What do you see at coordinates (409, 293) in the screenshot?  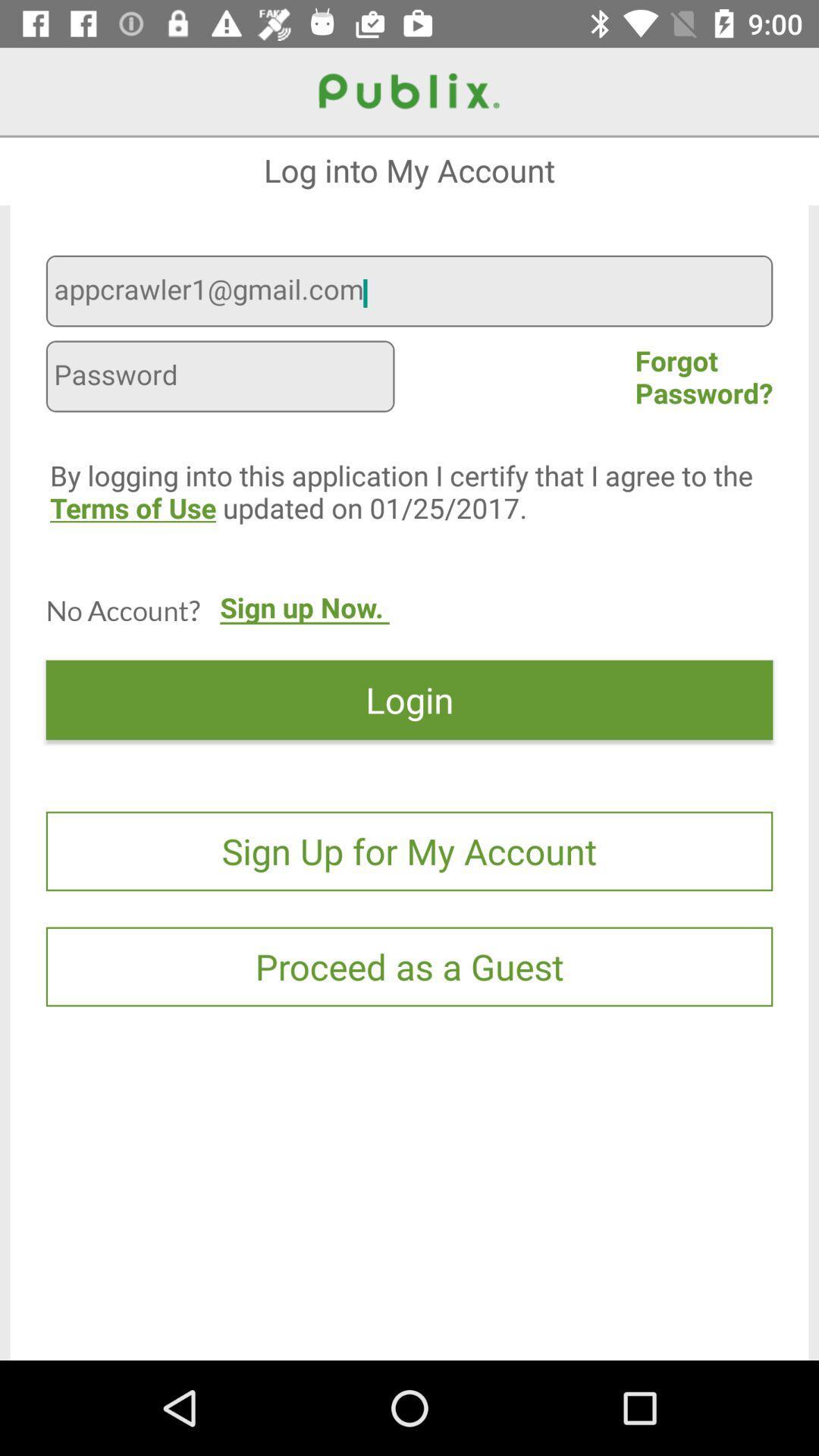 I see `appcrawler1@gmail.com` at bounding box center [409, 293].